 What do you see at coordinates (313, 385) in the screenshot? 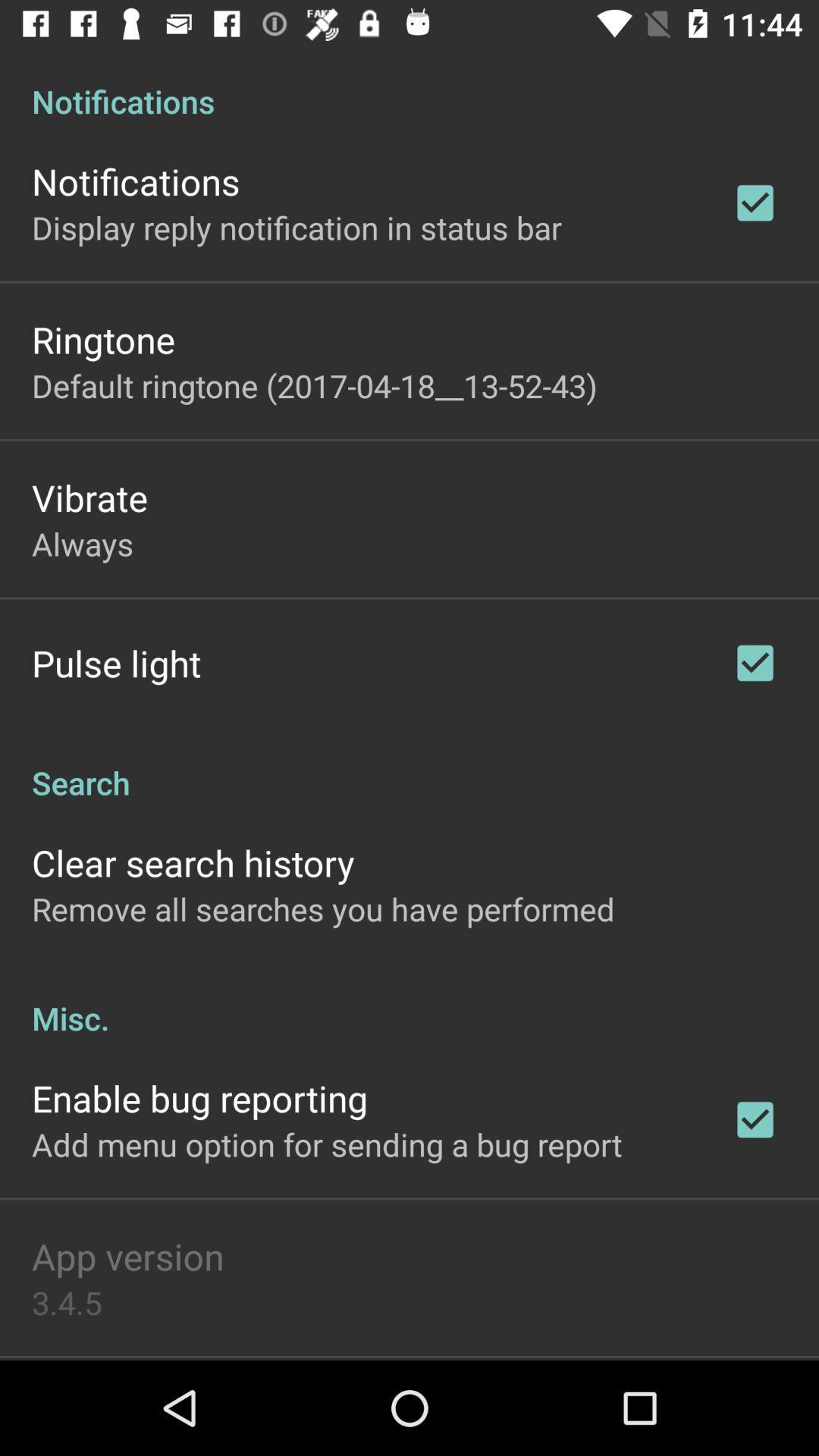
I see `the default ringtone 2017 icon` at bounding box center [313, 385].